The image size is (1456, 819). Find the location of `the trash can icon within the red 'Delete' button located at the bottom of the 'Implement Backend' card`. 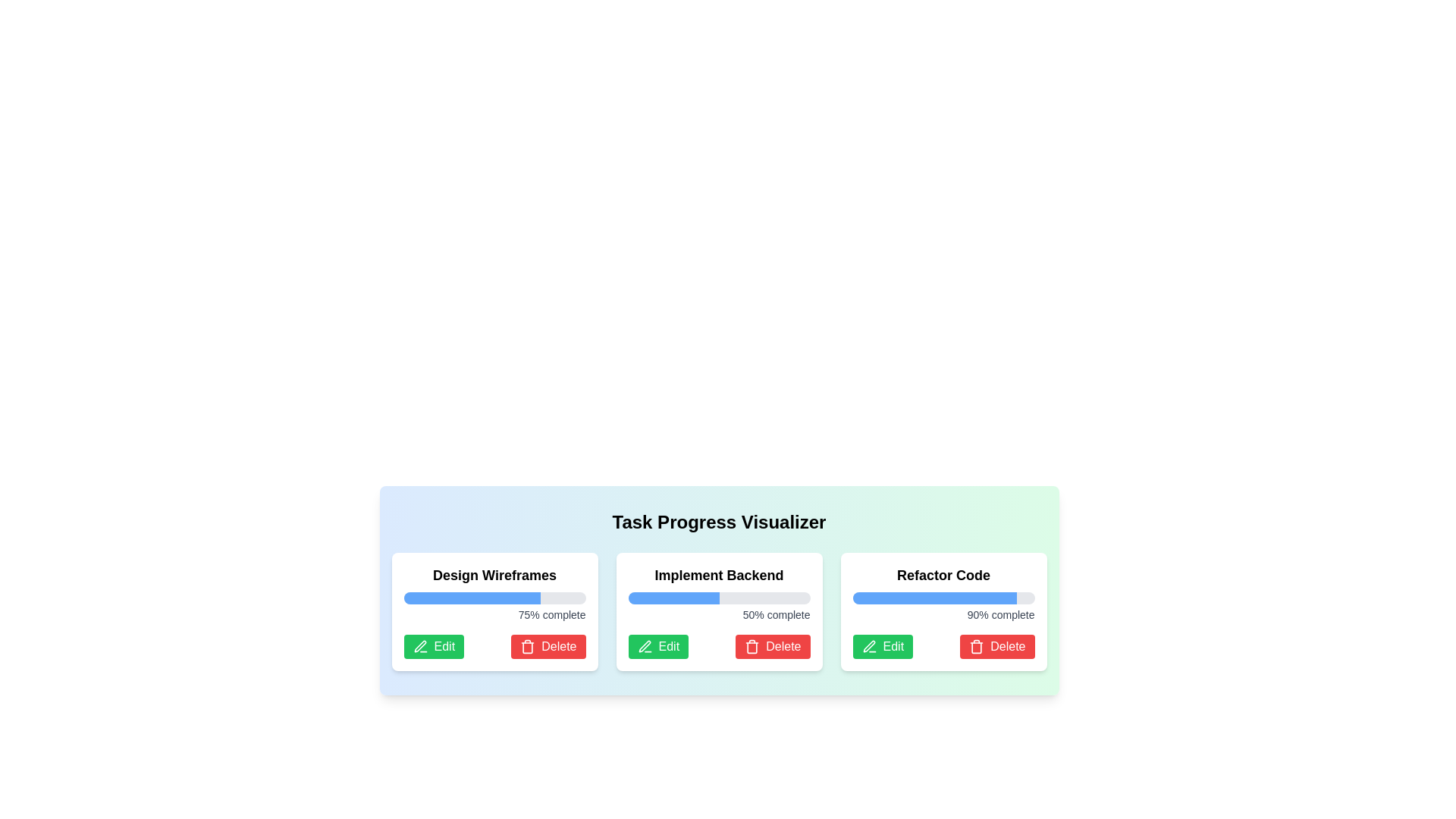

the trash can icon within the red 'Delete' button located at the bottom of the 'Implement Backend' card is located at coordinates (752, 646).